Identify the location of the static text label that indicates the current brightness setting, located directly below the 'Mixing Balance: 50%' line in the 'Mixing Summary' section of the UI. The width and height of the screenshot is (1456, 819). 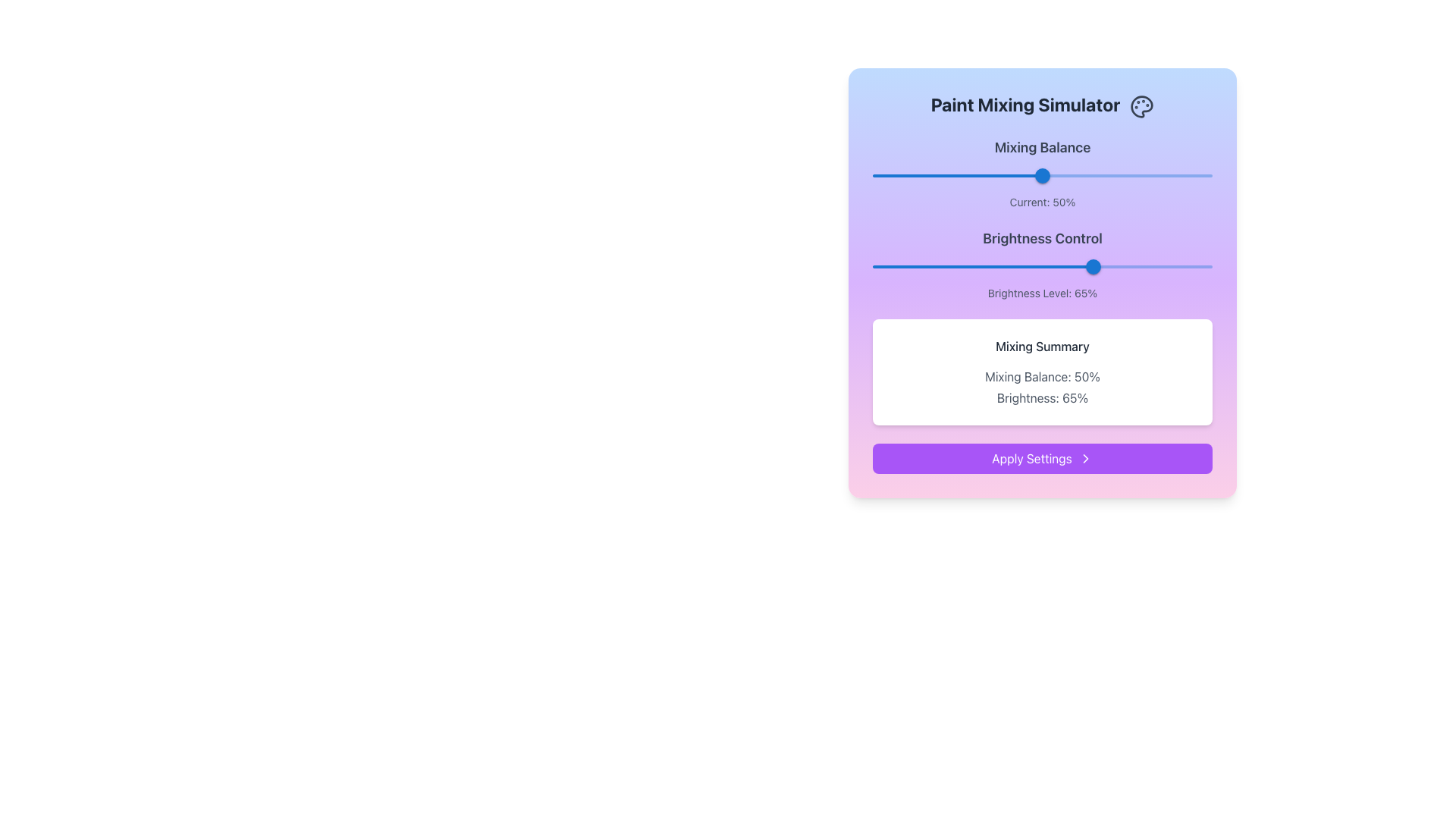
(1041, 397).